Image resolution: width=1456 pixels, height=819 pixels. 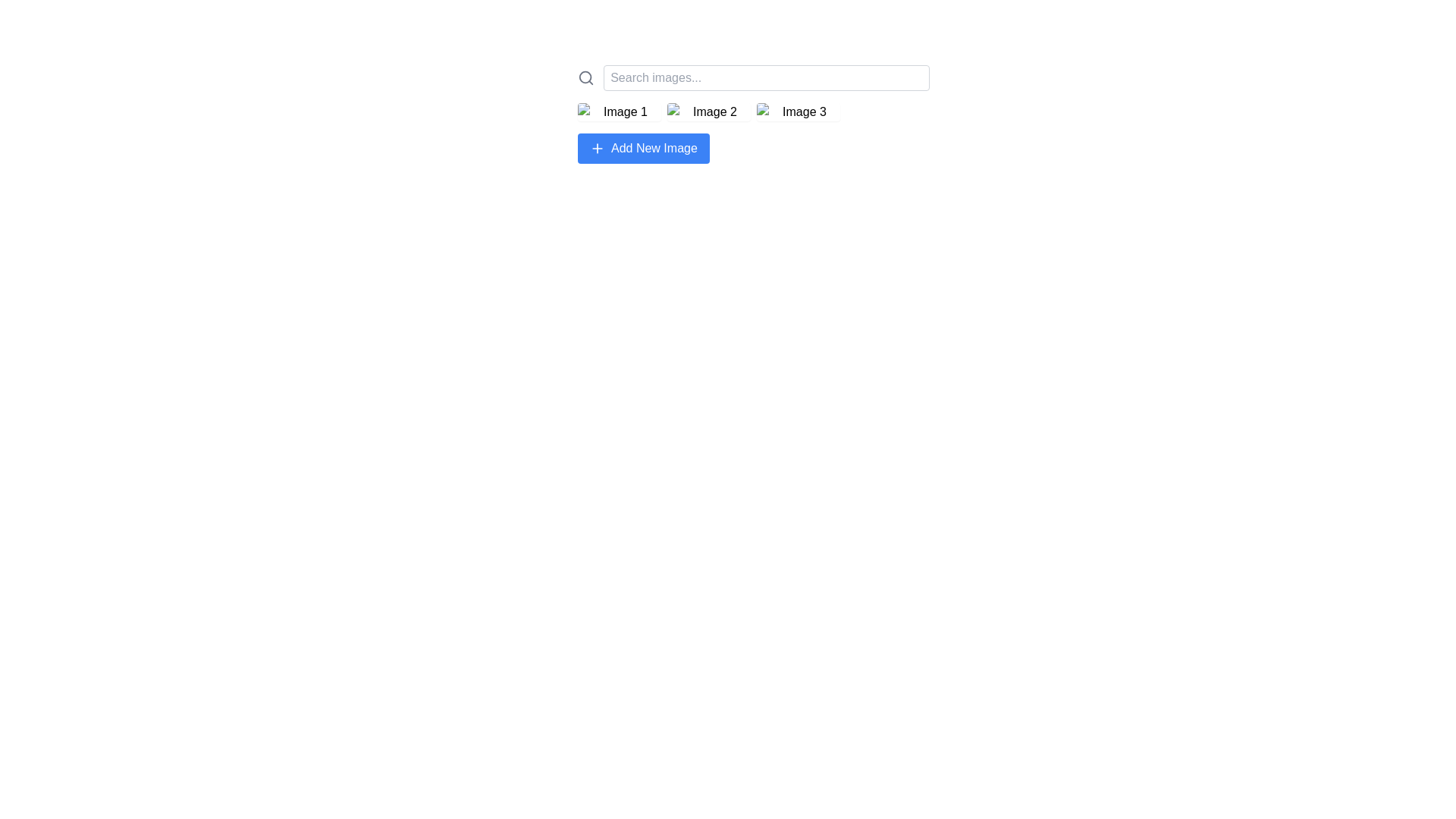 What do you see at coordinates (708, 111) in the screenshot?
I see `to select the thumbnail image labeled 'Image 2' in the grid layout` at bounding box center [708, 111].